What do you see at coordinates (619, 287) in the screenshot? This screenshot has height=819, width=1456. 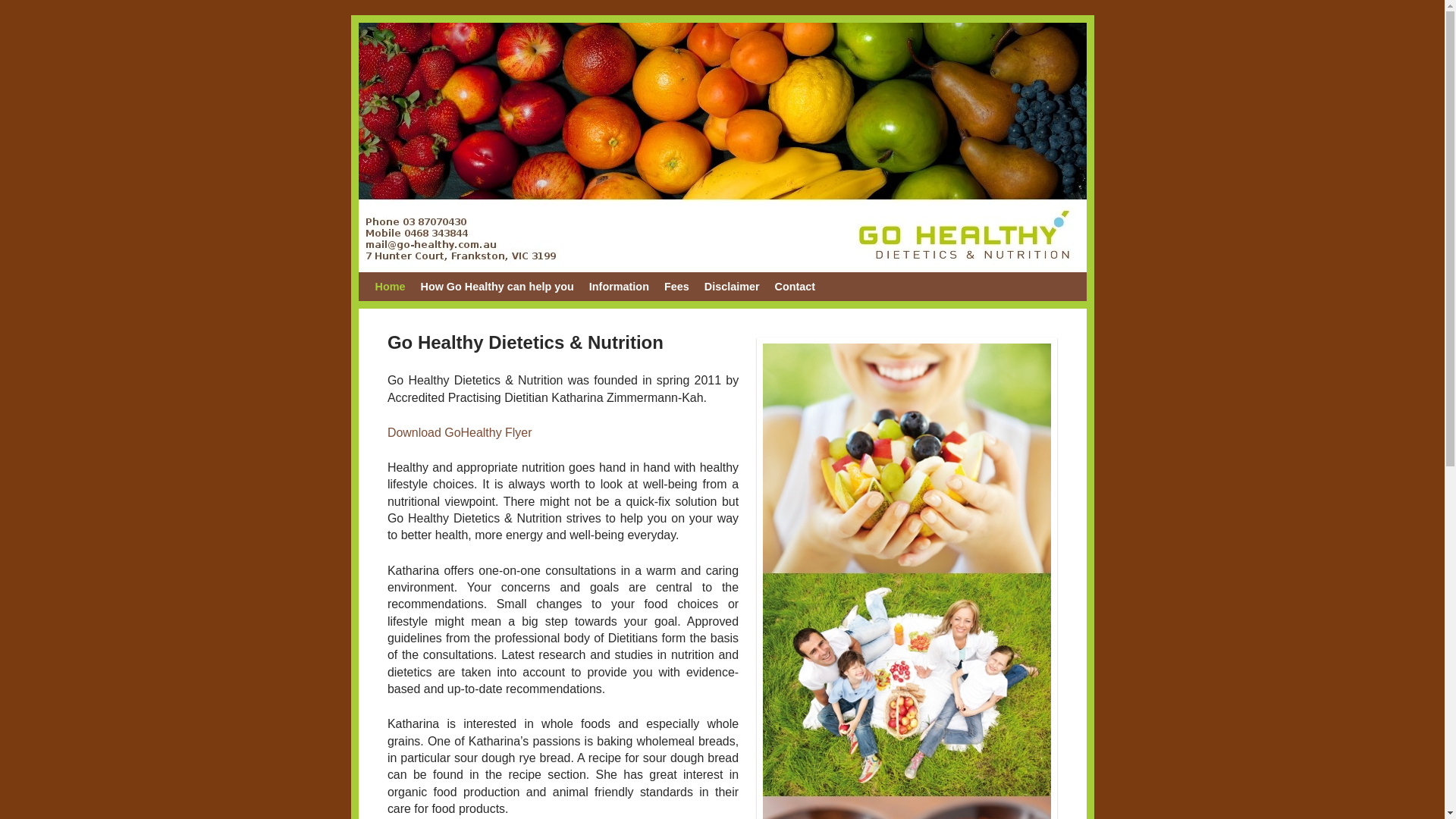 I see `'Information'` at bounding box center [619, 287].